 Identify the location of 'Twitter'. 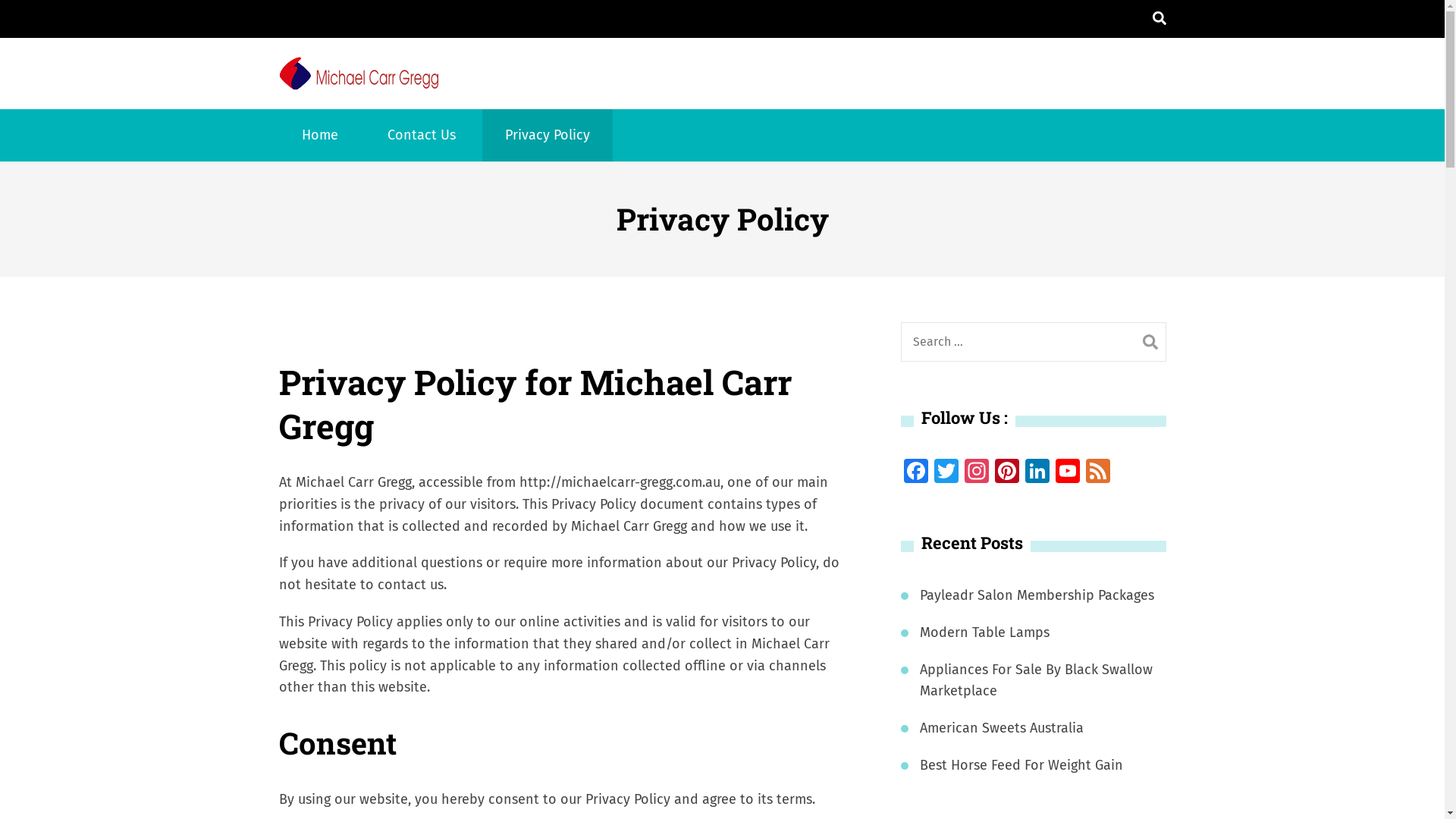
(946, 472).